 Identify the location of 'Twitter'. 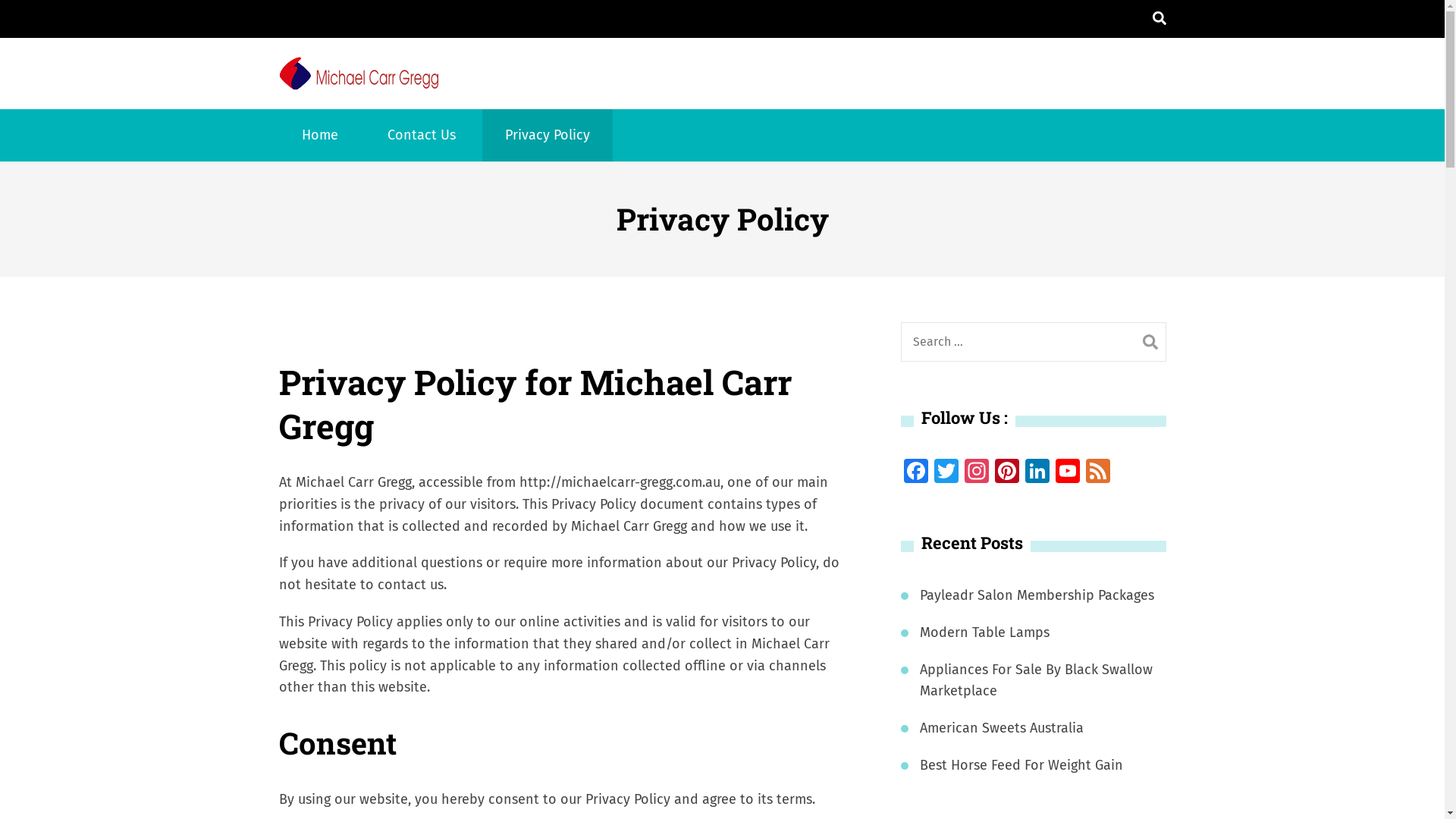
(946, 472).